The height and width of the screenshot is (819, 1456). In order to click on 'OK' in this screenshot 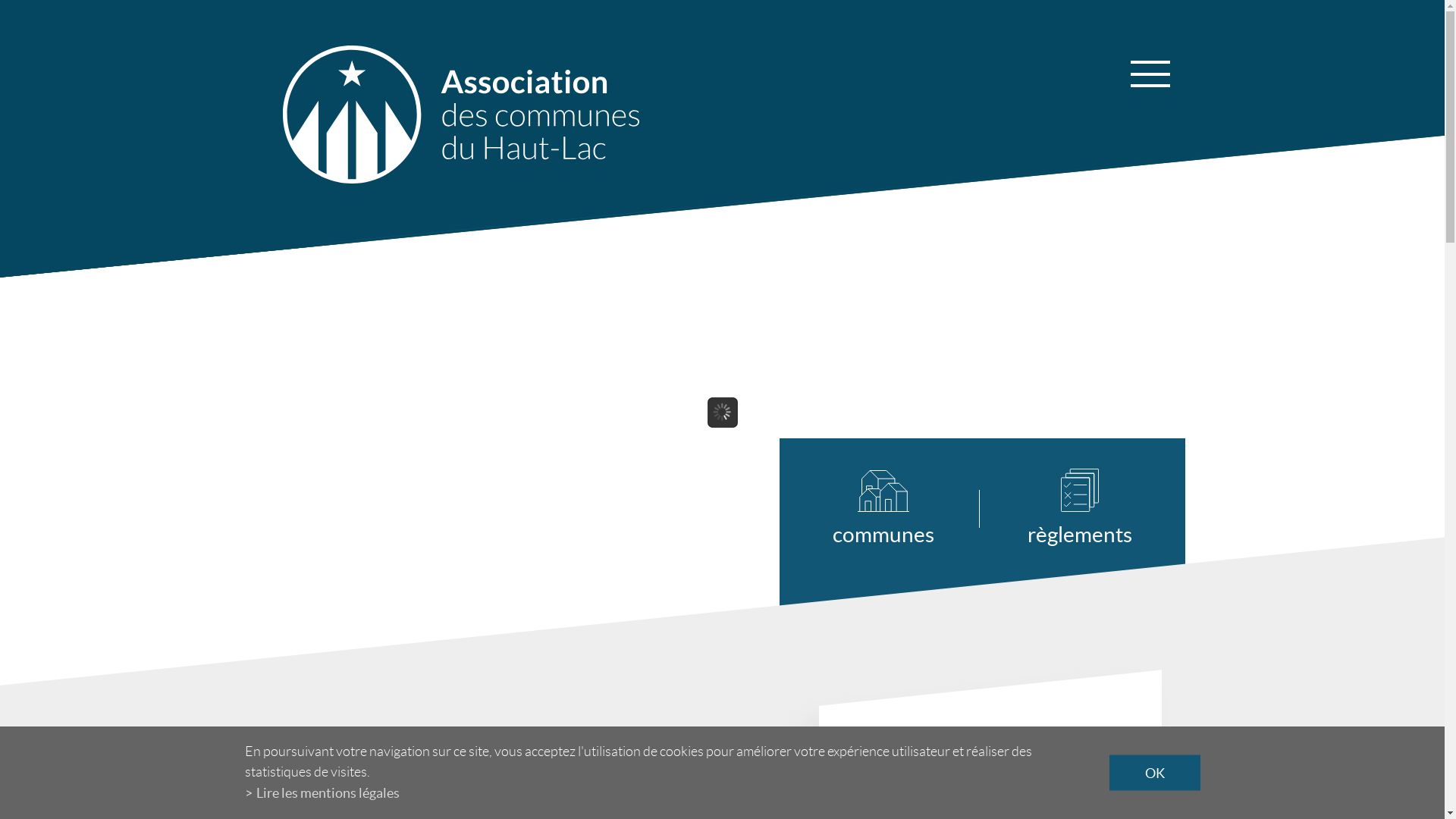, I will do `click(1153, 773)`.